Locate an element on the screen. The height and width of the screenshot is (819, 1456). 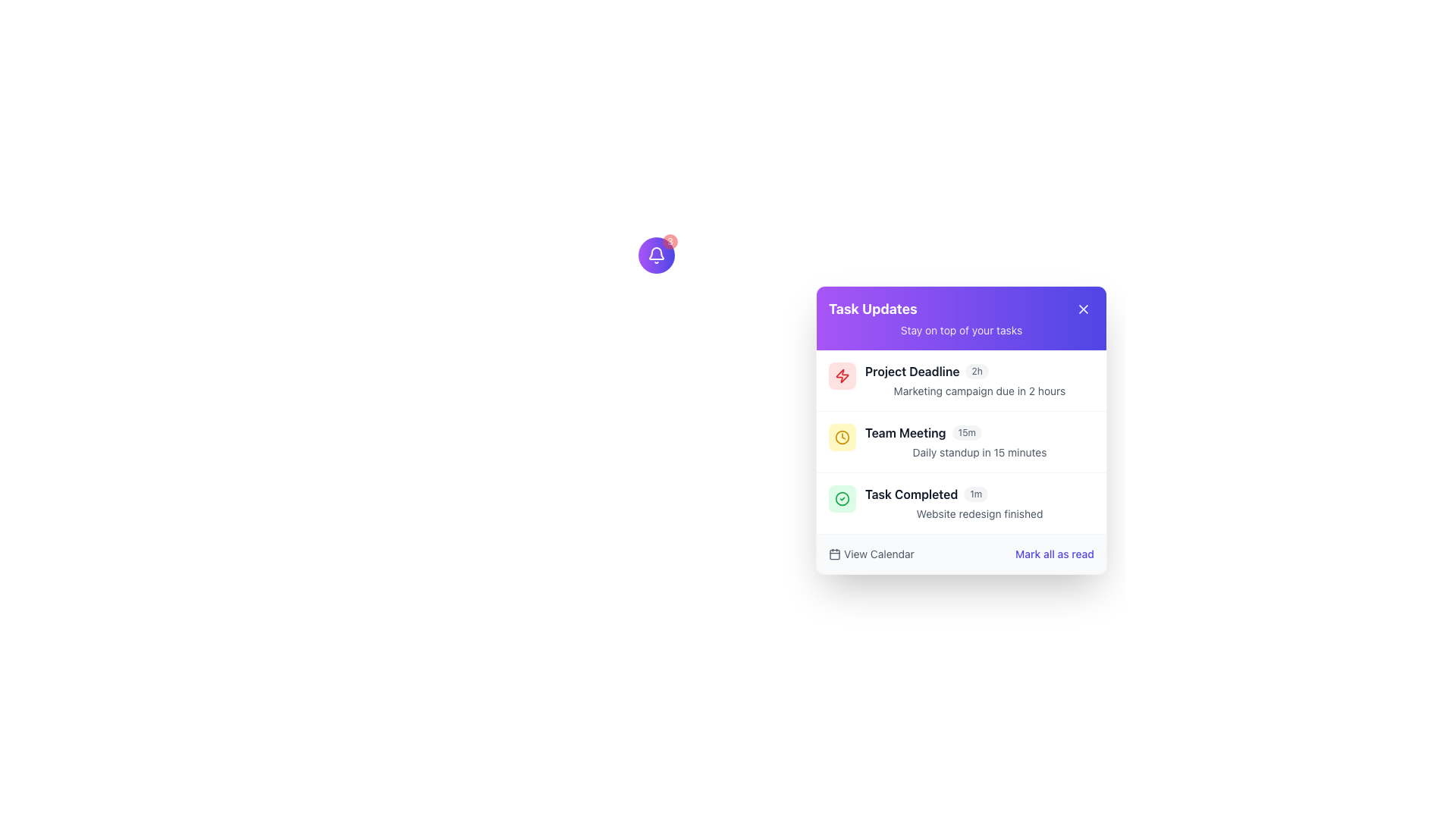
text from the title label indicating 'Team Meeting' located within the 'Task Updates' notification card, specifically the second task listed is located at coordinates (905, 432).